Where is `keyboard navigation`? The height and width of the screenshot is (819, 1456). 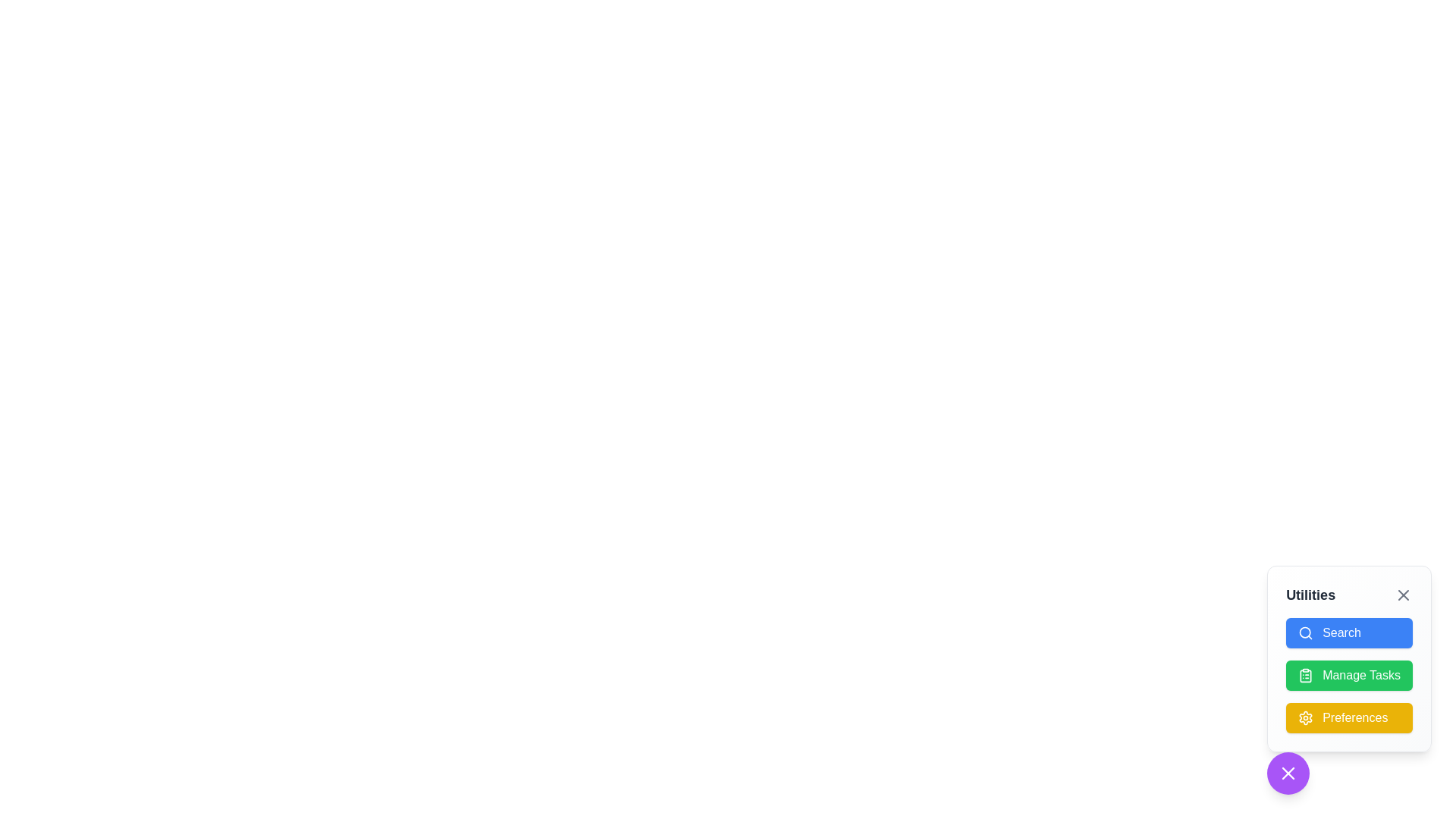
keyboard navigation is located at coordinates (1349, 675).